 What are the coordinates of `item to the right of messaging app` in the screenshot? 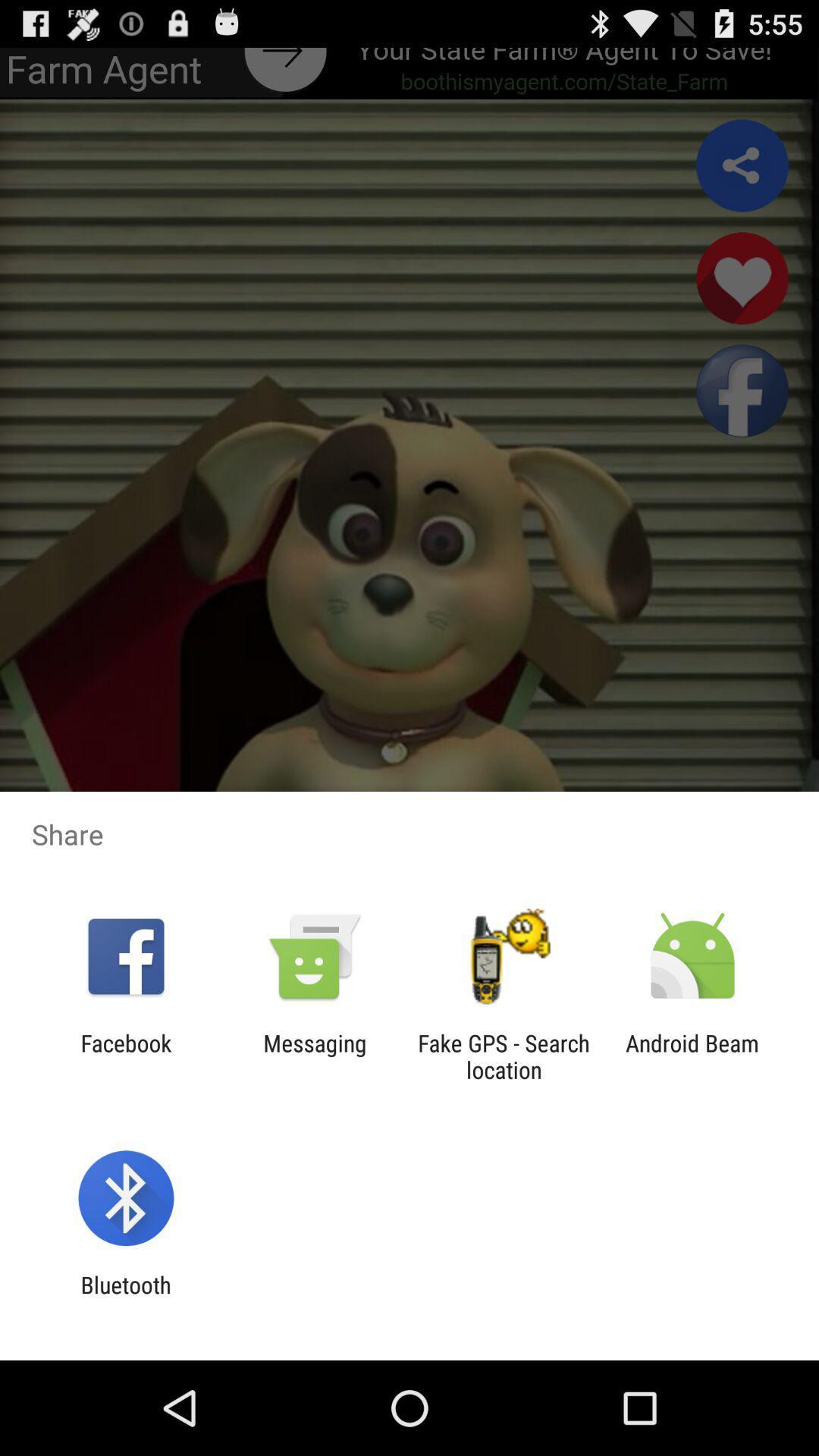 It's located at (504, 1056).